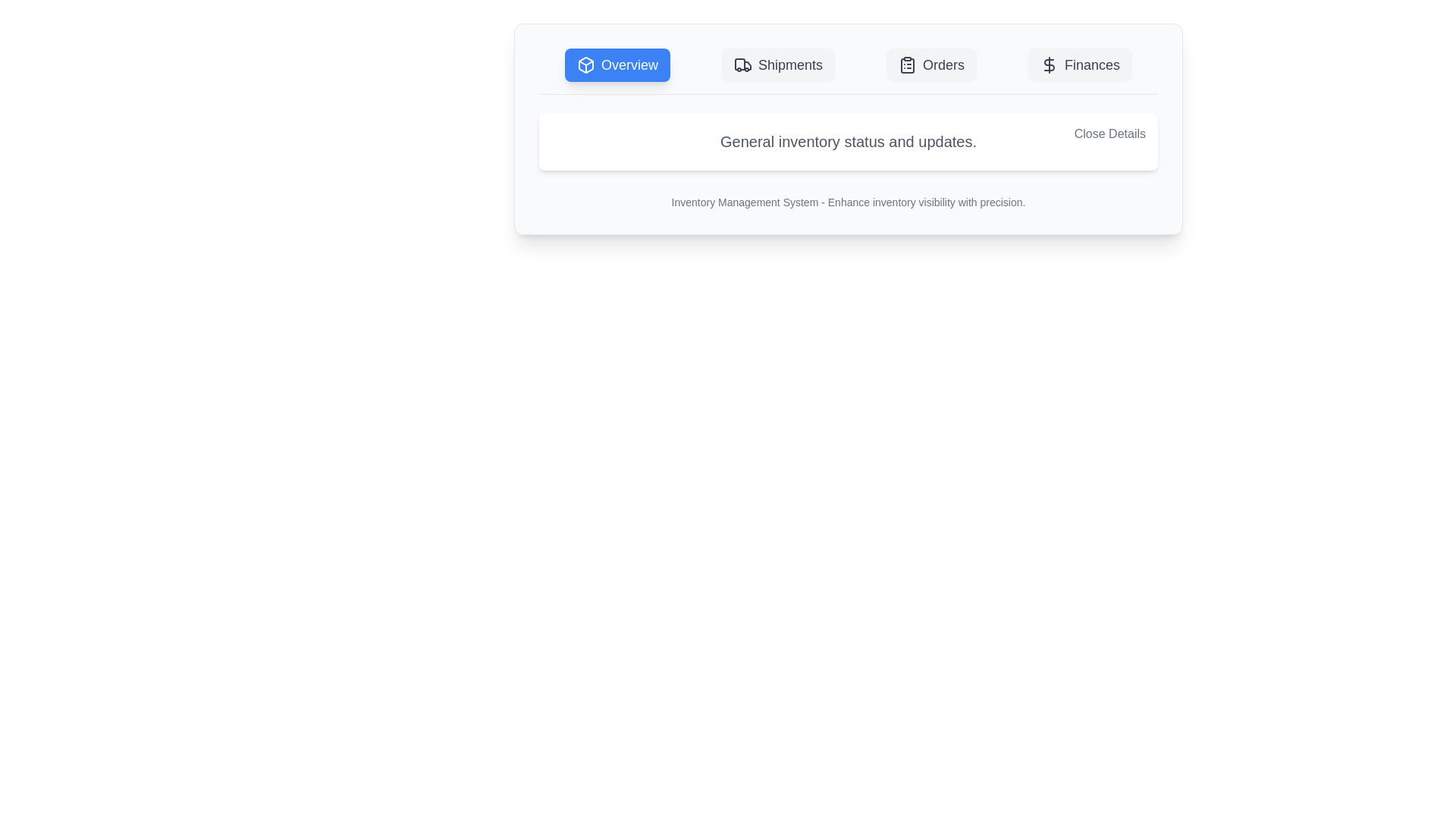 The width and height of the screenshot is (1456, 819). What do you see at coordinates (1109, 133) in the screenshot?
I see `the 'Close Details' button to toggle the details view` at bounding box center [1109, 133].